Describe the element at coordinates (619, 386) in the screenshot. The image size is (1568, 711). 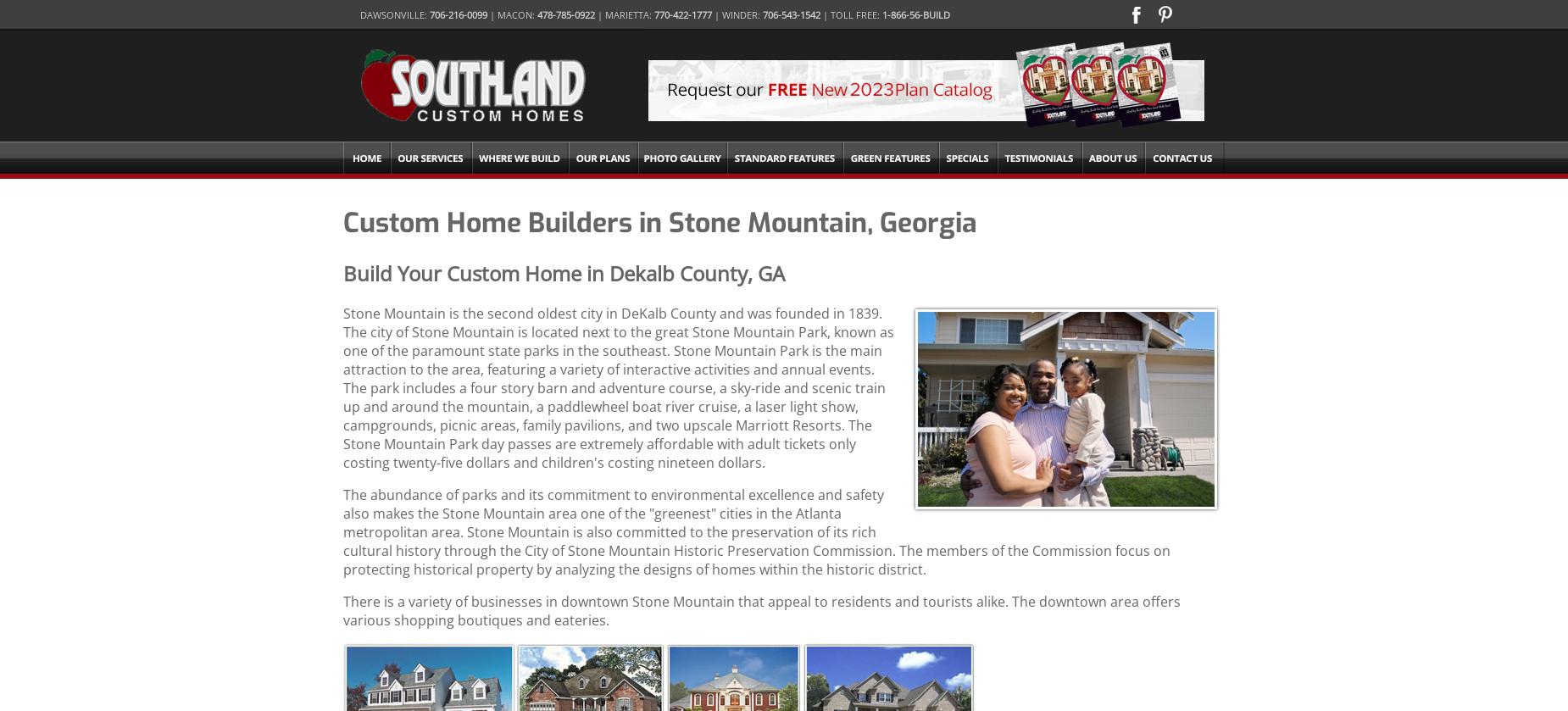
I see `'Stone Mountain is the second oldest city in DeKalb County and was founded in 1839.  The city of Stone Mountain is located next to the great Stone Mountain Park, known as one of the paramount state parks in the southeast.  Stone Mountain Park is the main attraction to the area, featuring a variety of interactive activities and annual events.  The park includes a four story barn and adventure course, a sky-ride and scenic train up and around the mountain, a paddlewheel boat river cruise, a laser light show, campgrounds, picnic areas, family pavilions, and two upscale Marriott Resorts.  The Stone Mountain Park day passes are extremely affordable with adult tickets only costing twenty-five dollars and children's costing nineteen dollars.'` at that location.